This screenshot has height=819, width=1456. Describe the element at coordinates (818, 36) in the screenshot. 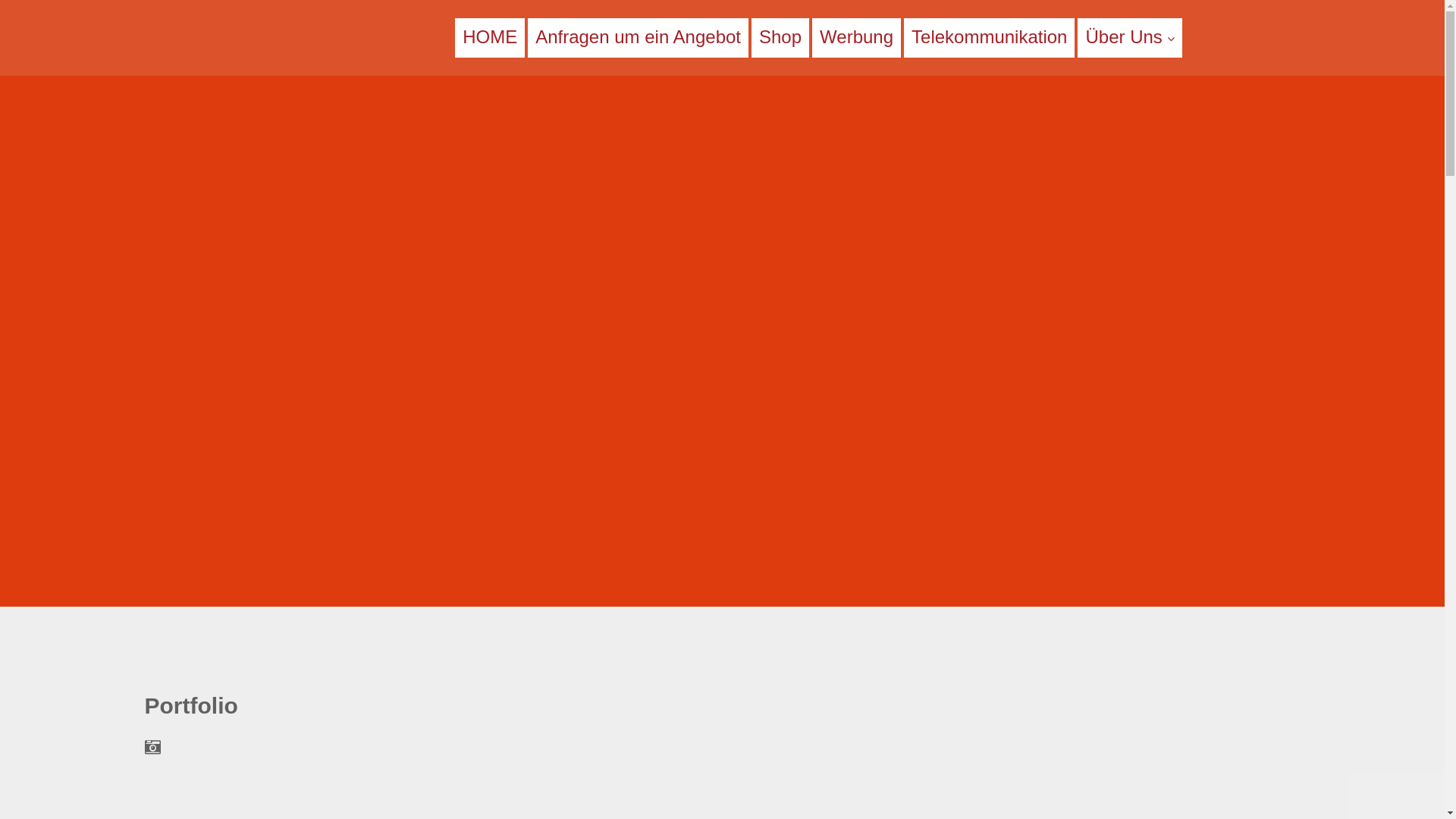

I see `'Werbung'` at that location.